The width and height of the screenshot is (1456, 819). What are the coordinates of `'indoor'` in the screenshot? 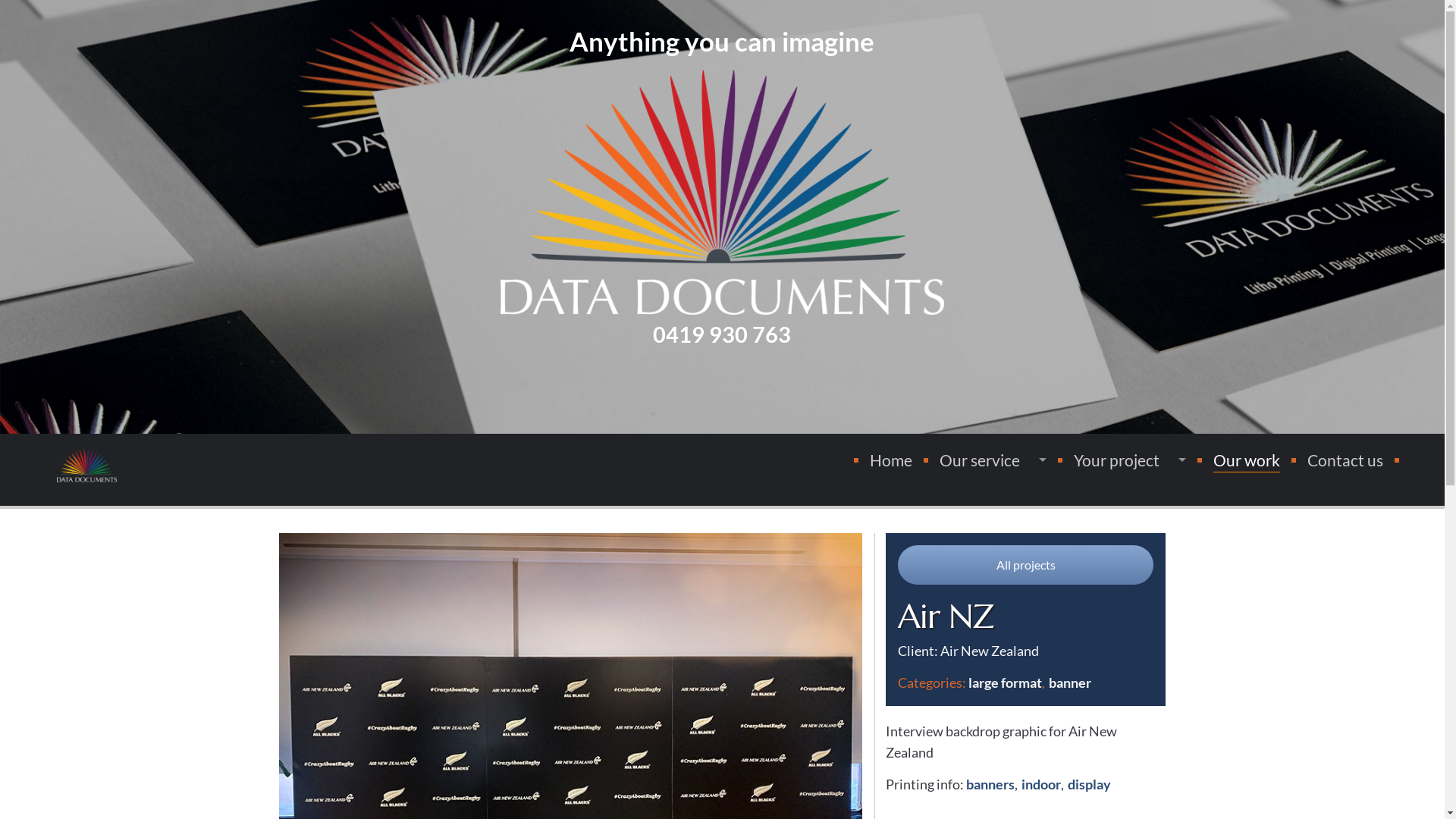 It's located at (1040, 784).